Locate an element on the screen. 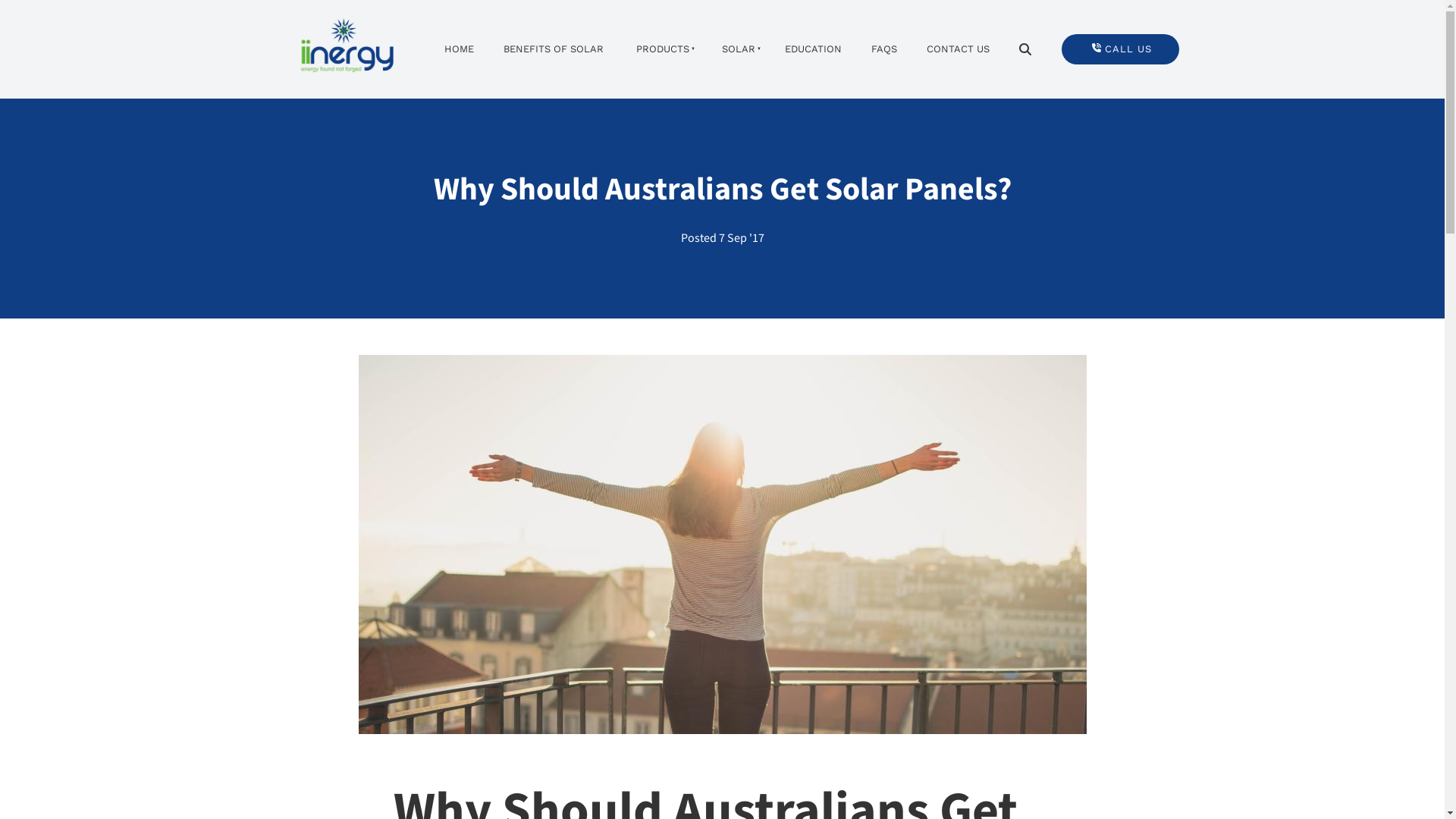 The width and height of the screenshot is (1456, 819). 'FAQS' is located at coordinates (884, 49).